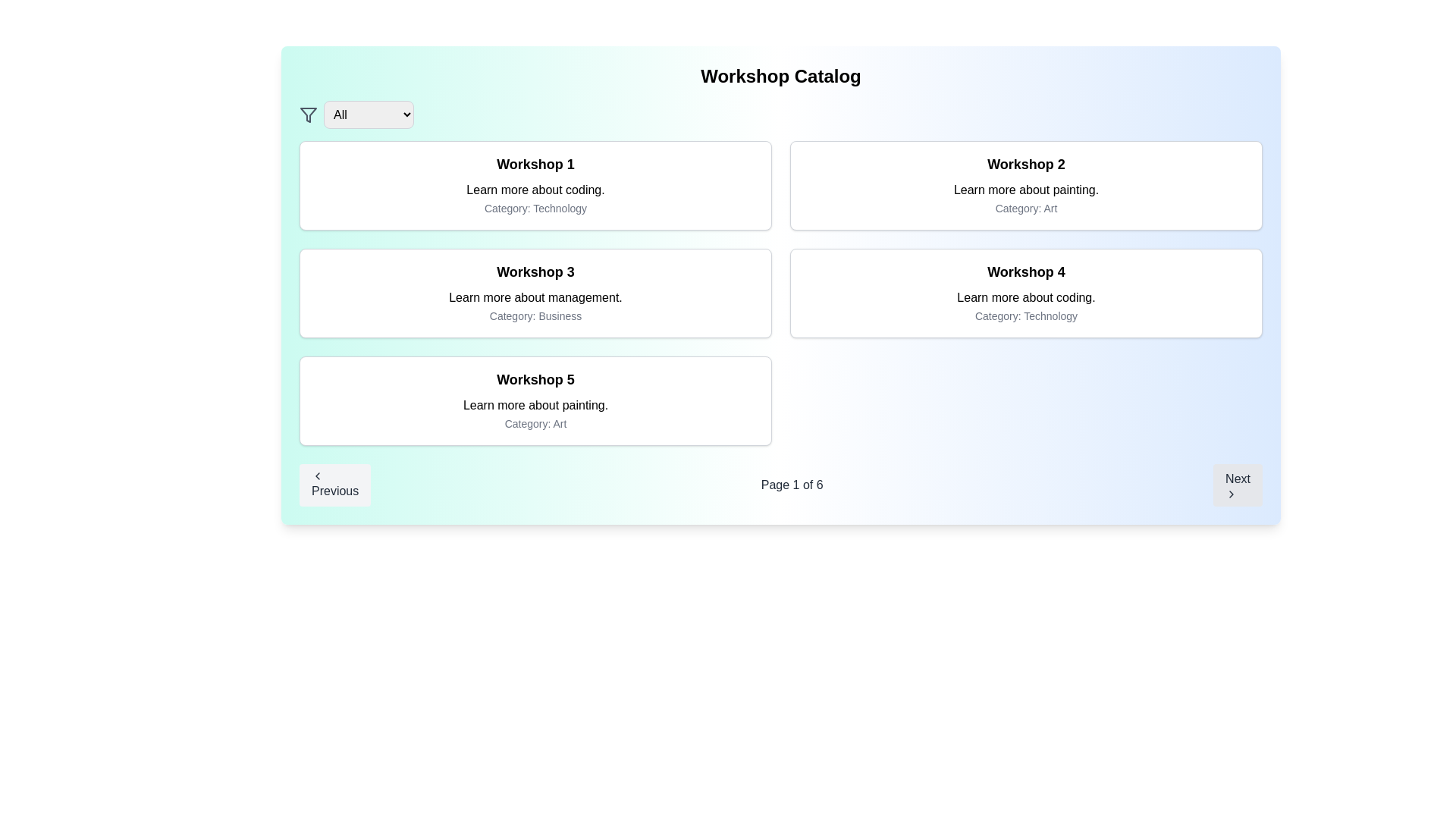 This screenshot has width=1456, height=819. I want to click on the Information card titled 'Workshop 5' located at the bottom-left corner of the workshop cards grid, so click(535, 400).